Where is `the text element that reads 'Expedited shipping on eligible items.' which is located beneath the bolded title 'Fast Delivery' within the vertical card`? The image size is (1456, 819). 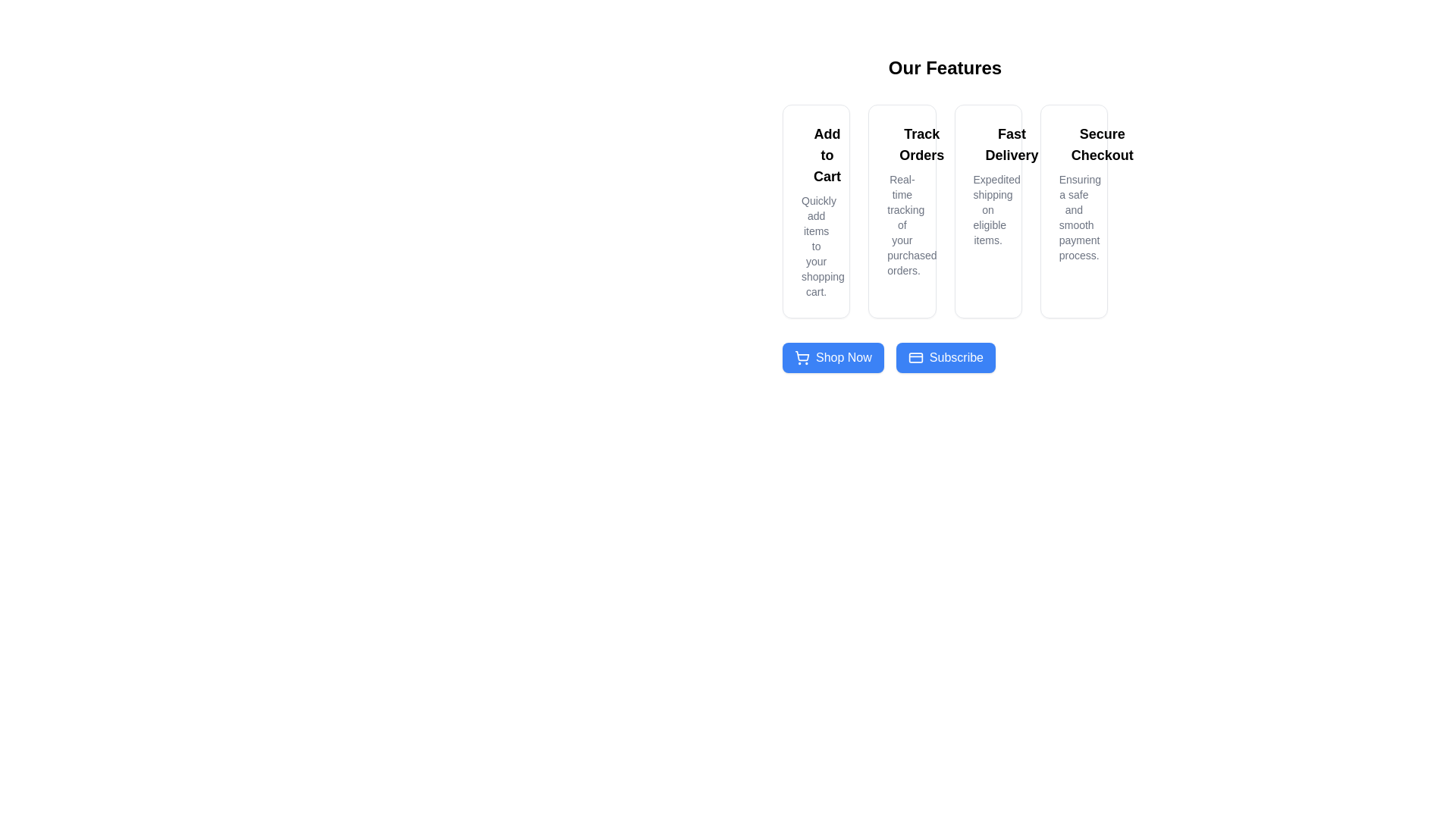
the text element that reads 'Expedited shipping on eligible items.' which is located beneath the bolded title 'Fast Delivery' within the vertical card is located at coordinates (988, 210).